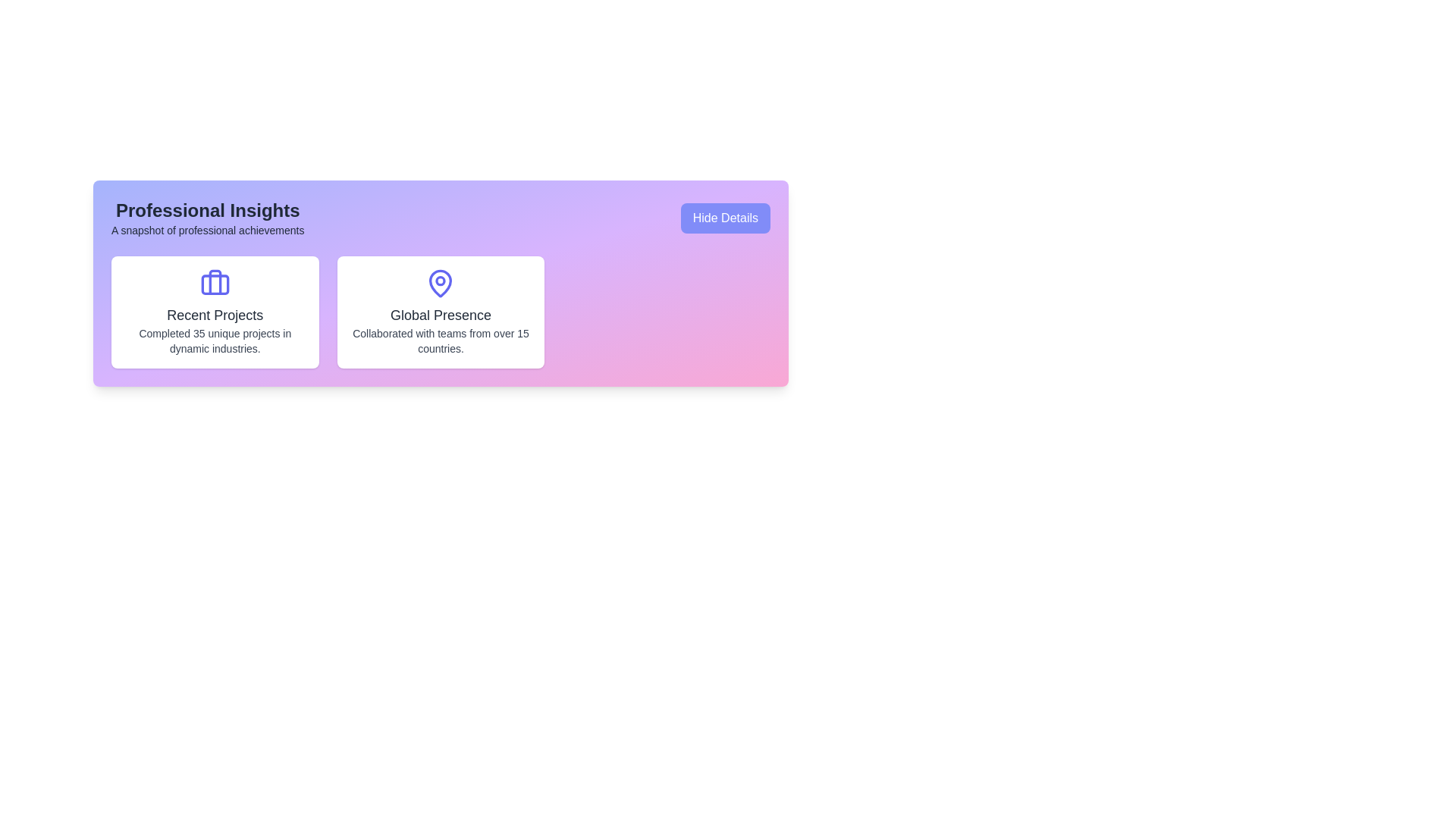 This screenshot has width=1456, height=819. Describe the element at coordinates (440, 315) in the screenshot. I see `on the 'Global Presence' text label, which is styled in a medium-sized clean sans-serif font and located centrally within a white card element on the right side of the interface` at that location.